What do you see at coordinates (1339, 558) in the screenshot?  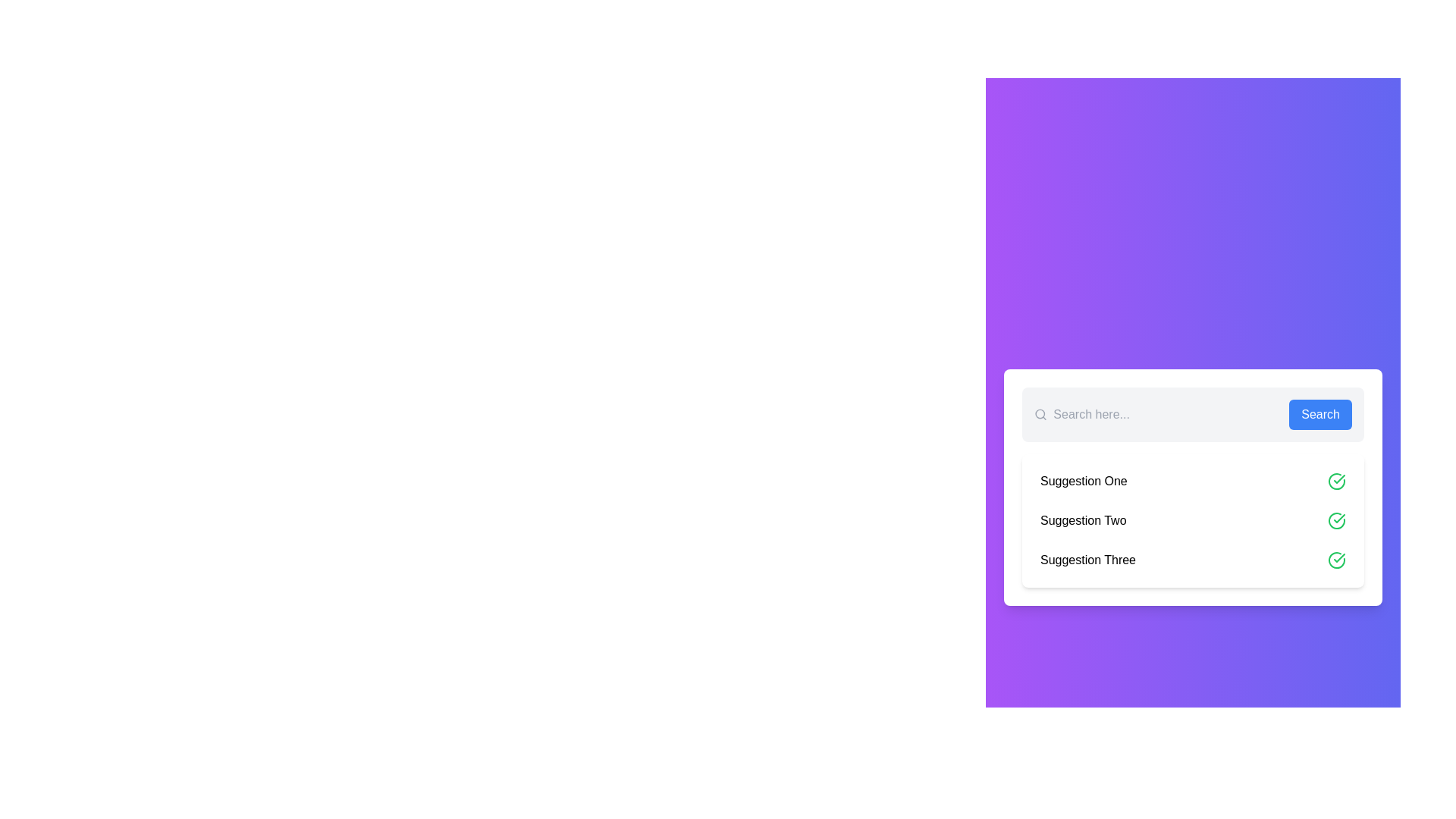 I see `the green checkmark icon within the circular outline, located to the right of the text 'Suggestion Three' in the list, indicating a completed action` at bounding box center [1339, 558].